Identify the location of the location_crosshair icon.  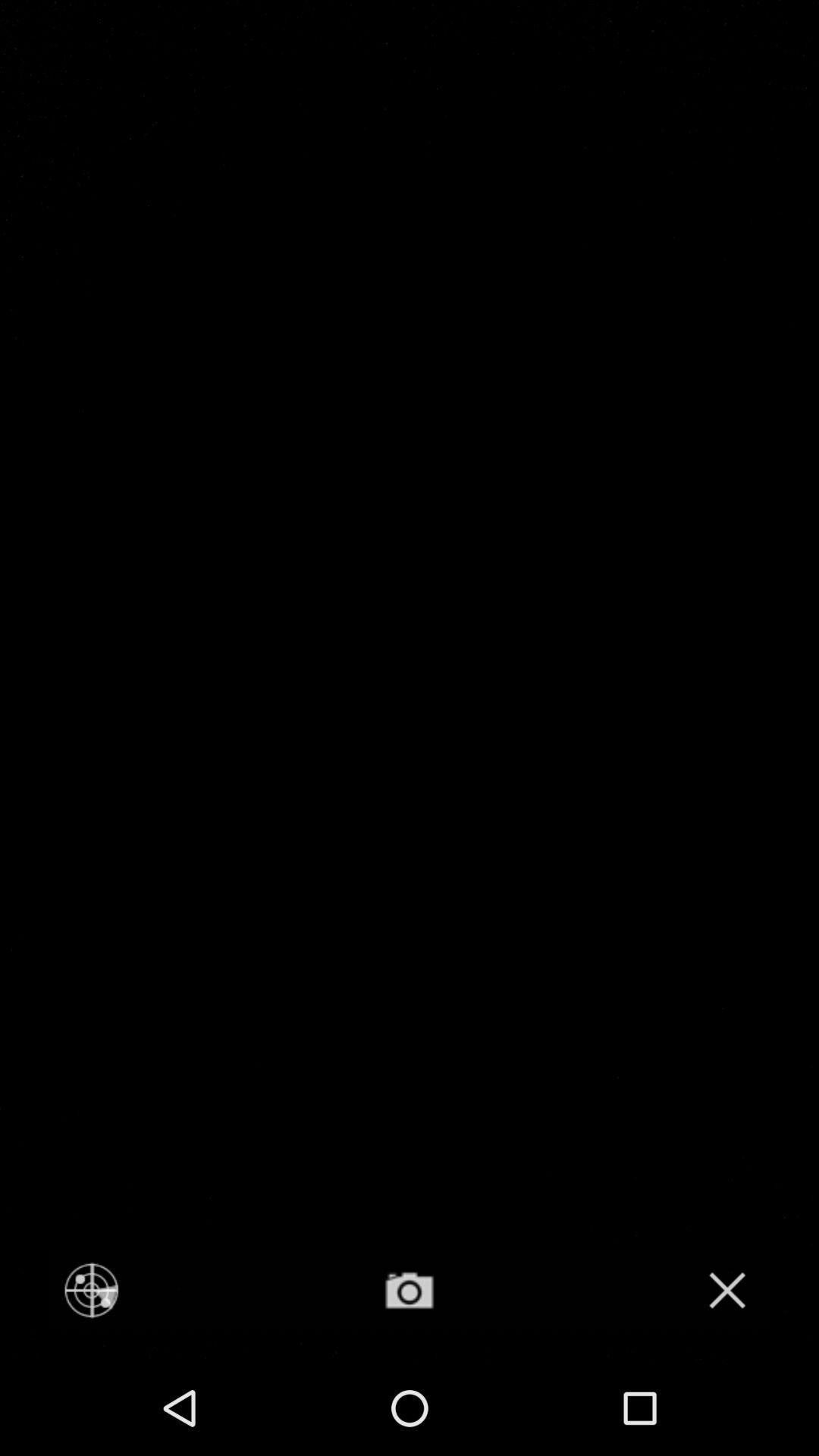
(91, 1381).